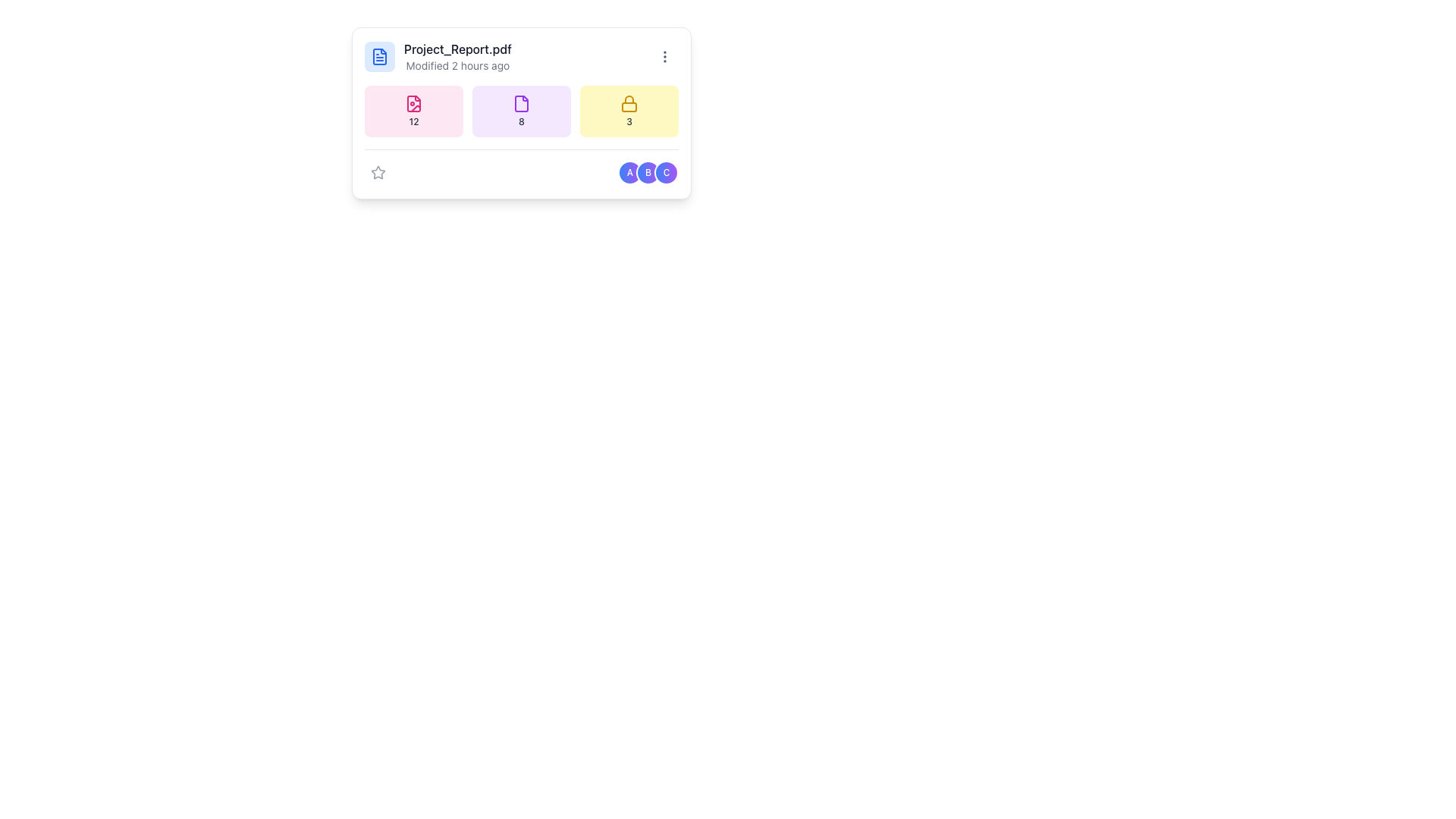 This screenshot has height=819, width=1456. What do you see at coordinates (414, 121) in the screenshot?
I see `the text that provides additional information about the count of associated files or images, located at the bottom center of the pink tile below the icon and label 'Images'` at bounding box center [414, 121].